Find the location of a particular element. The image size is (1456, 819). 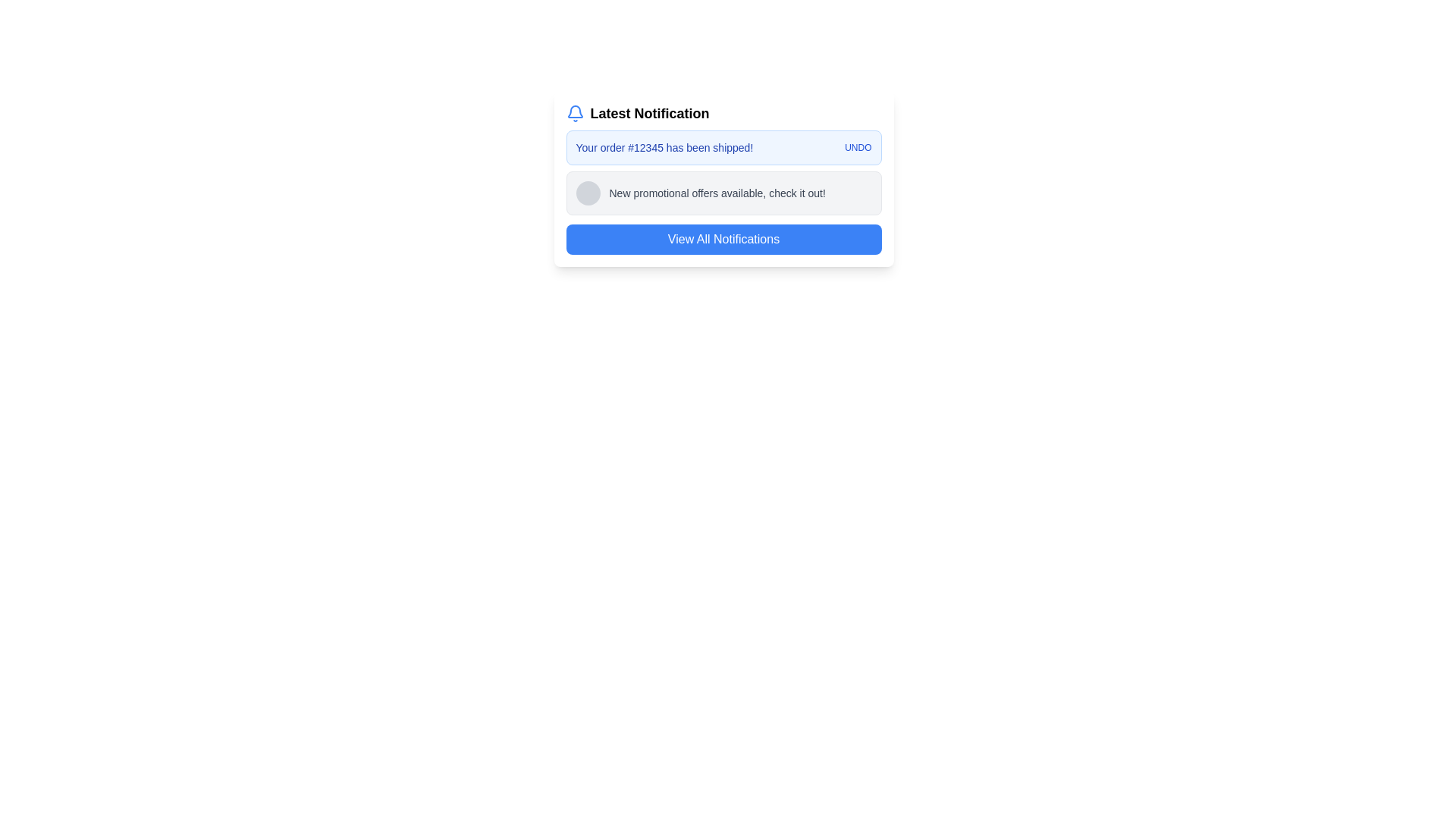

static text element displaying the message: 'New promotional offers available, check it out!' located within the notification card layout, positioned to the right of a circular gray icon is located at coordinates (717, 192).